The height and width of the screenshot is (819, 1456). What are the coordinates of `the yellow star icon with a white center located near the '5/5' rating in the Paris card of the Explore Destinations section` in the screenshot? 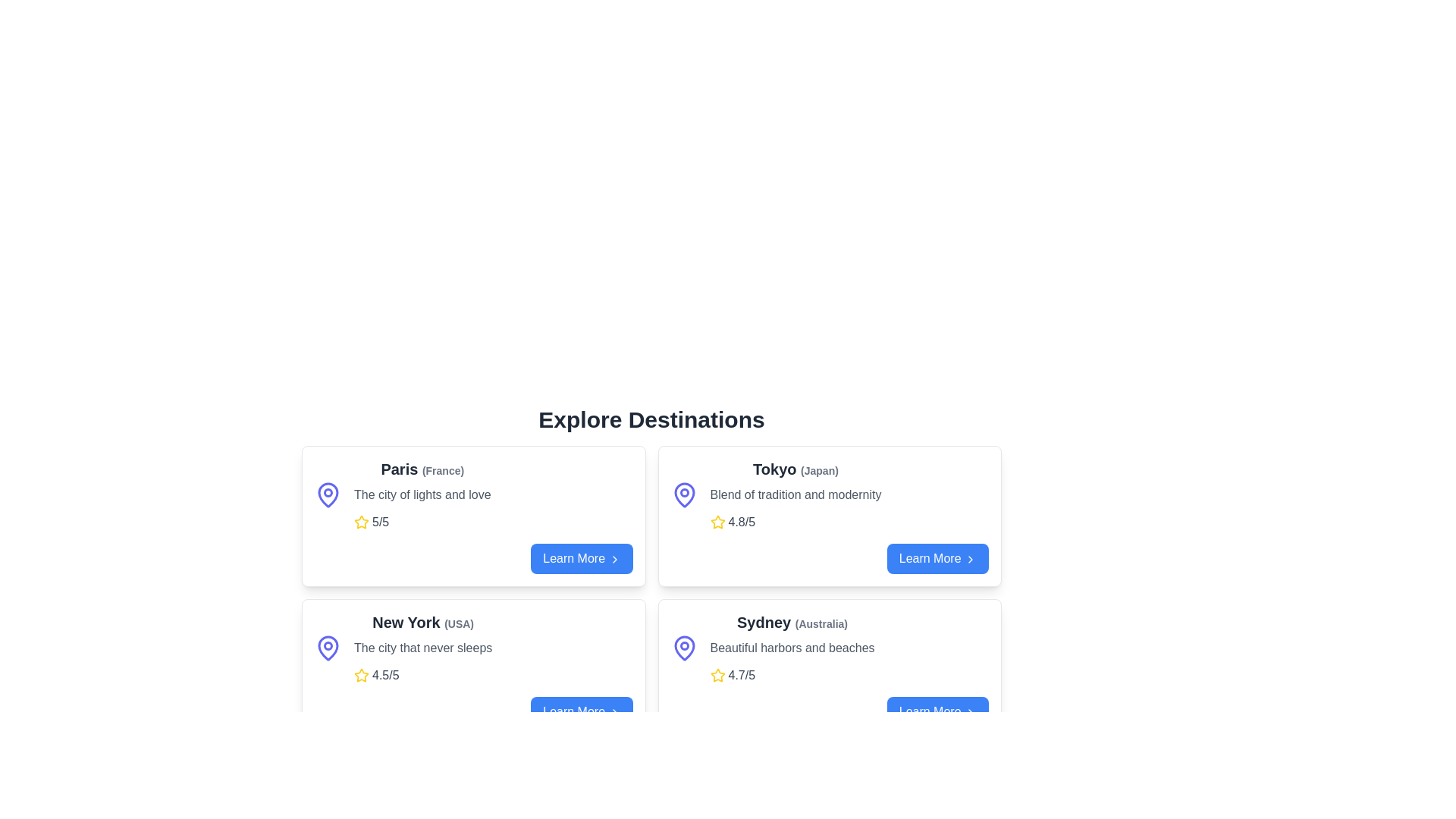 It's located at (360, 521).